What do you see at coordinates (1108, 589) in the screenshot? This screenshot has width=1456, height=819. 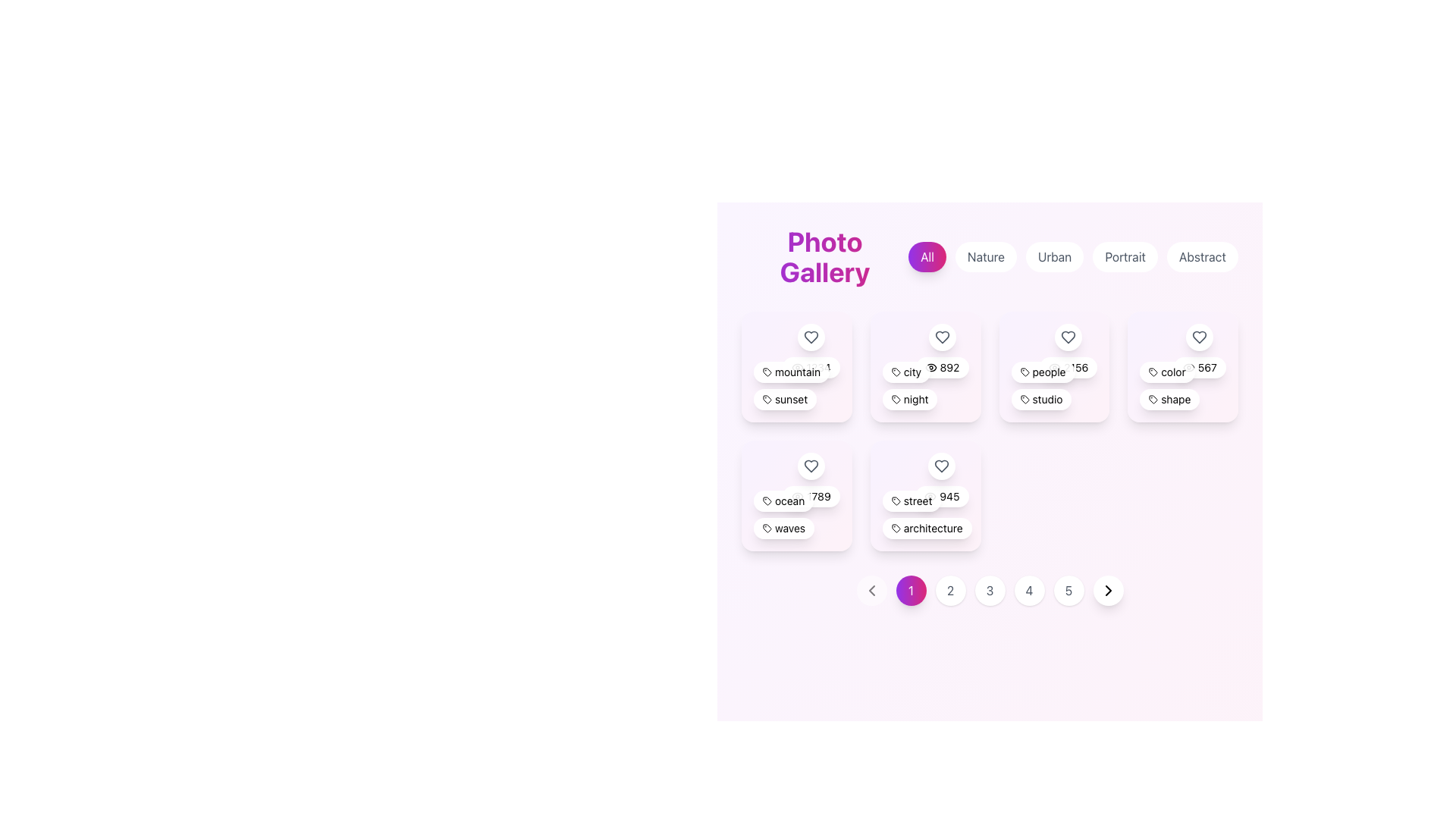 I see `the right-facing chevron icon within the circular white button located at the bottom-right of the interface` at bounding box center [1108, 589].